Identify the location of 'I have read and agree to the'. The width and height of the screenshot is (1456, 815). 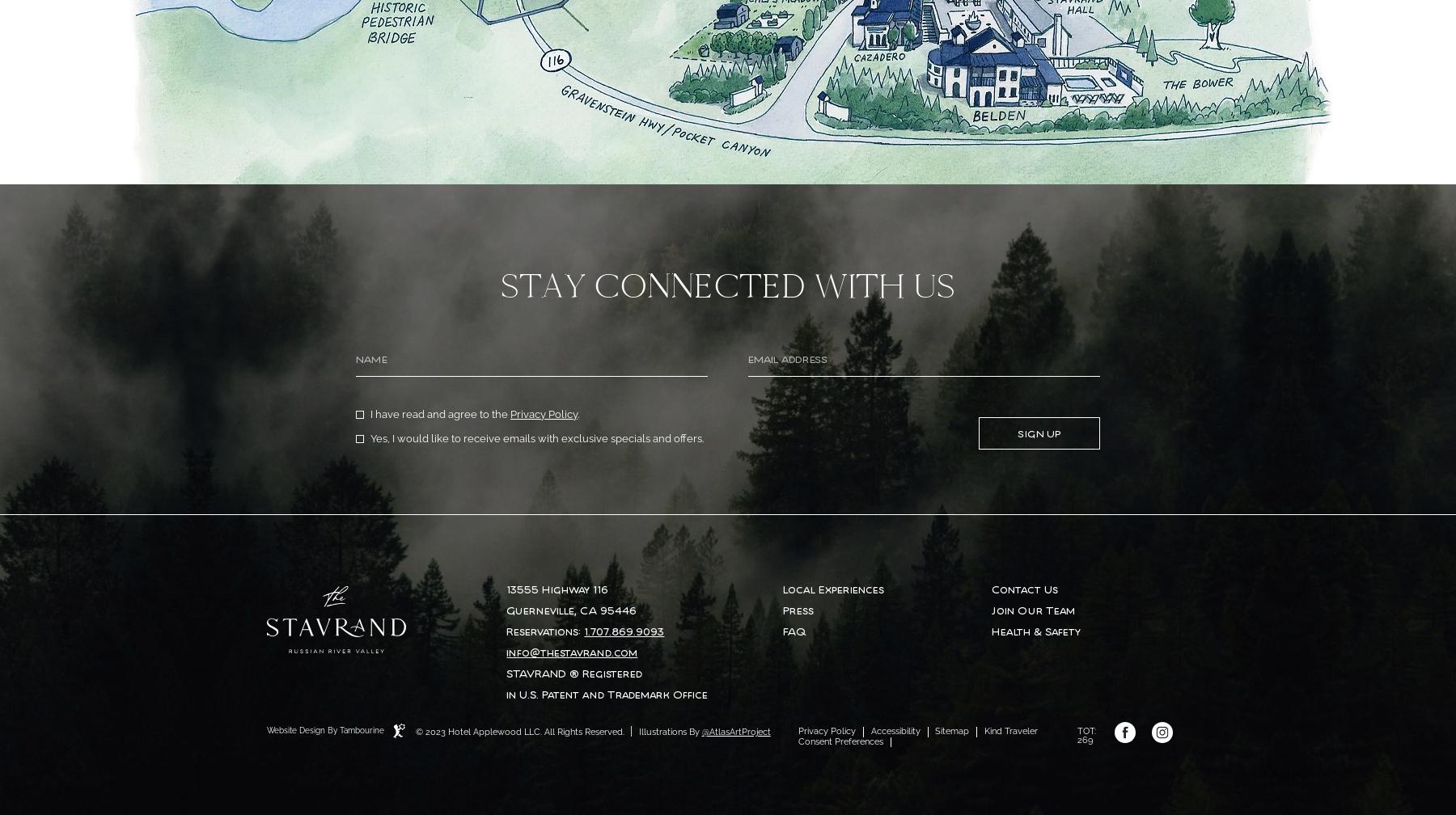
(439, 414).